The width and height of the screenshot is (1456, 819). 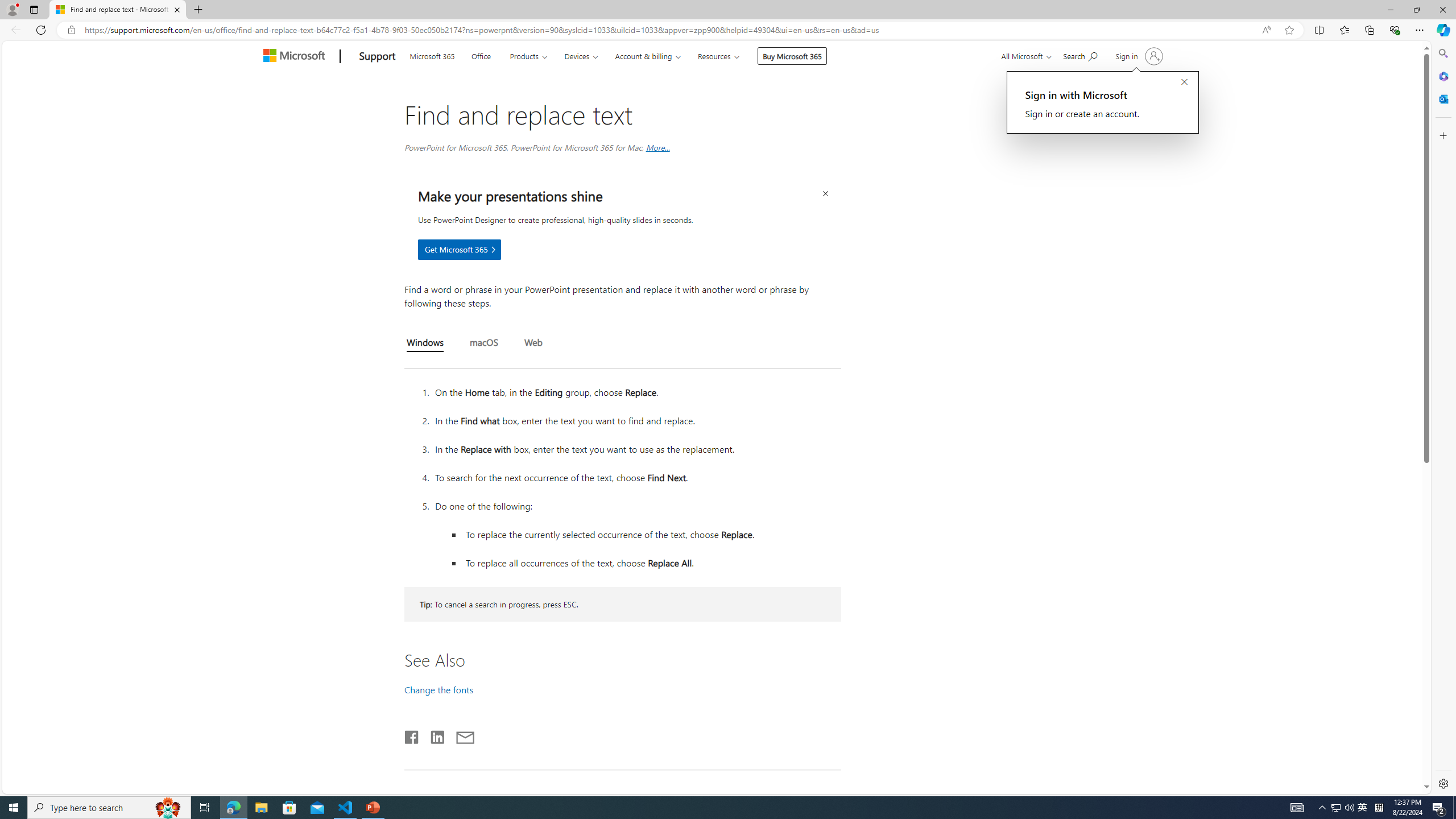 I want to click on 'Split screen', so click(x=1319, y=29).